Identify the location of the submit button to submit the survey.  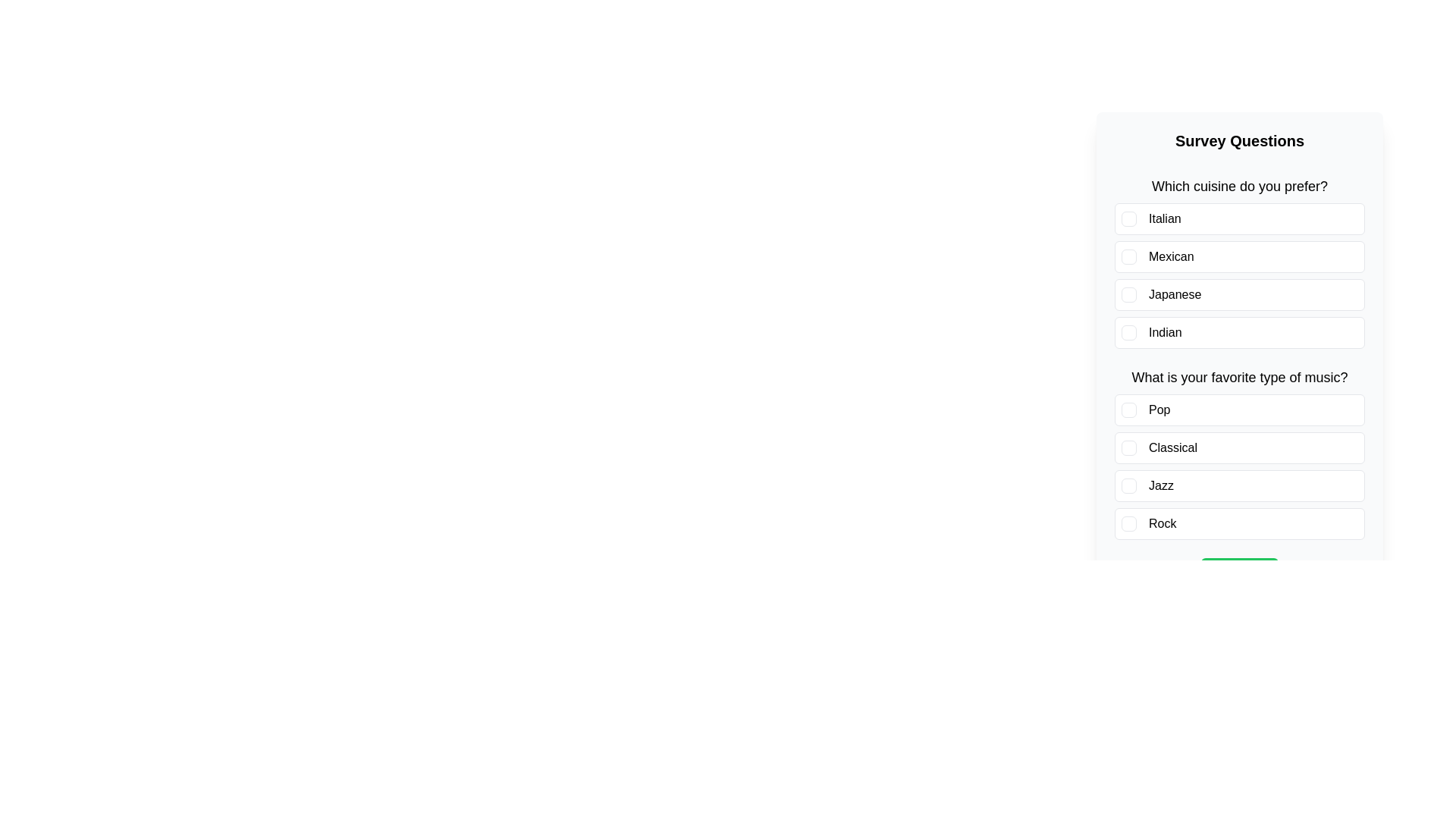
(1240, 573).